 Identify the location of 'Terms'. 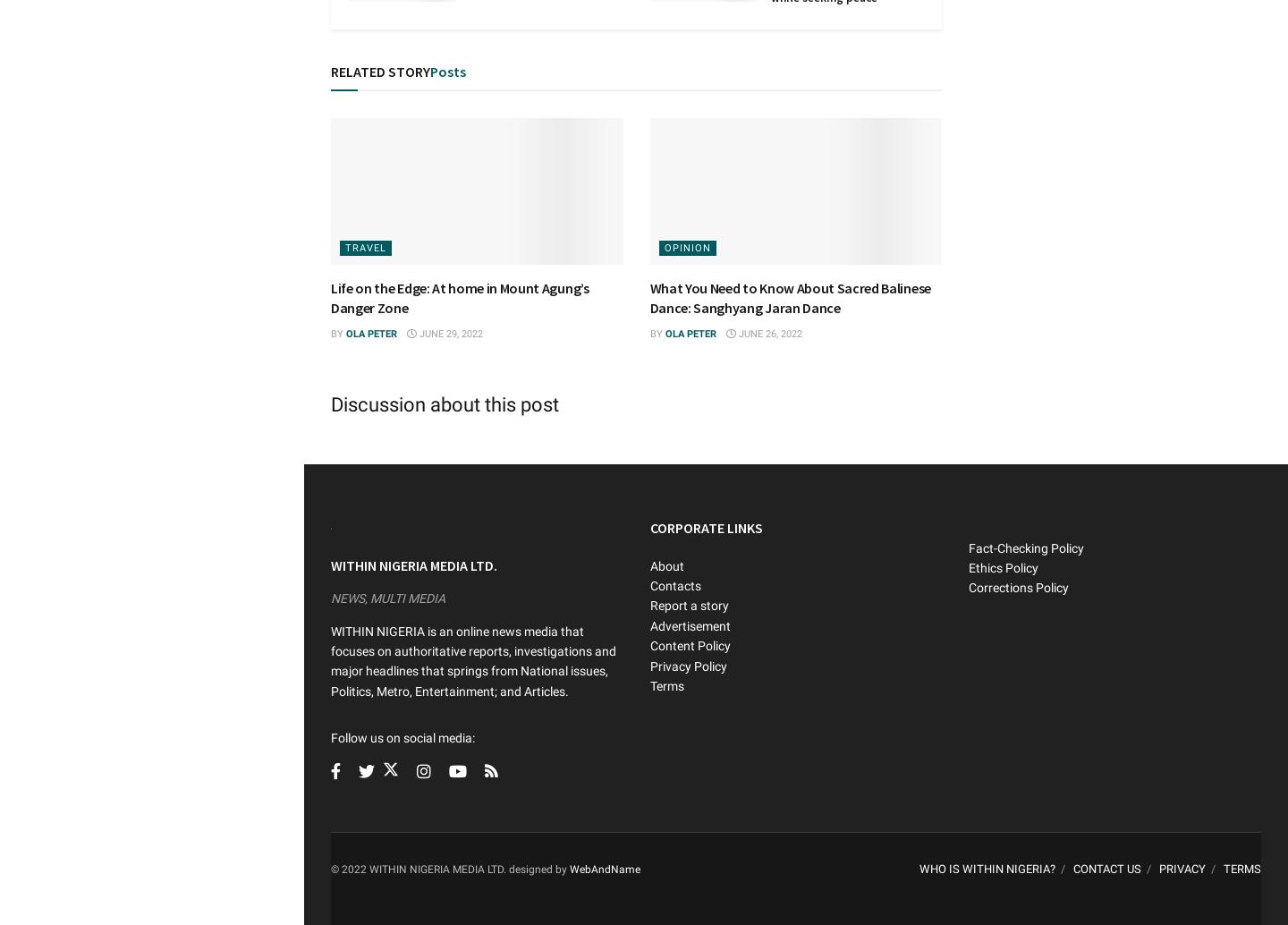
(665, 684).